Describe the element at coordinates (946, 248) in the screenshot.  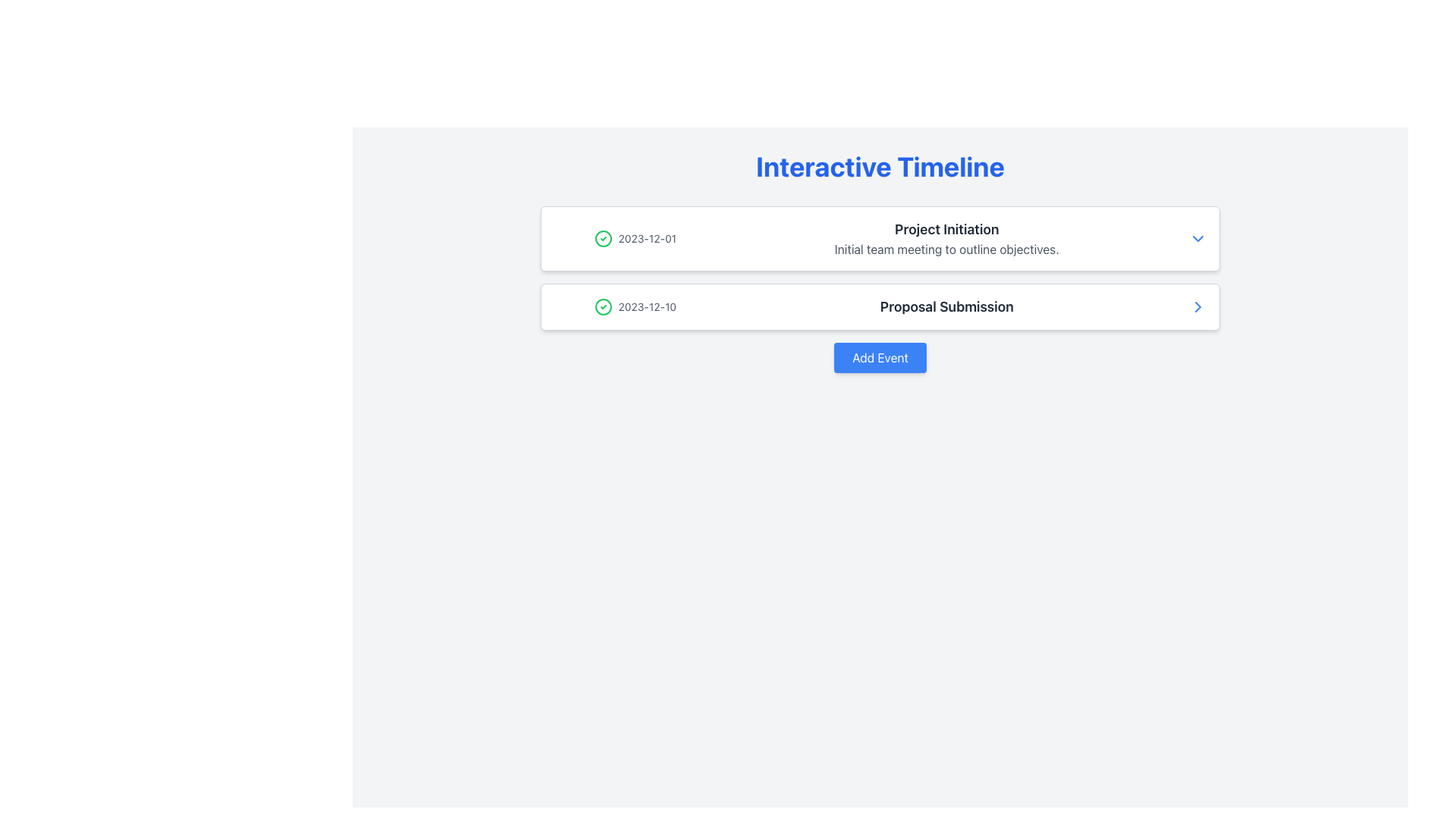
I see `the informational text description located directly below the heading 'Project Initiation' in the first timeline entry of the 'Interactive Timeline' interface` at that location.